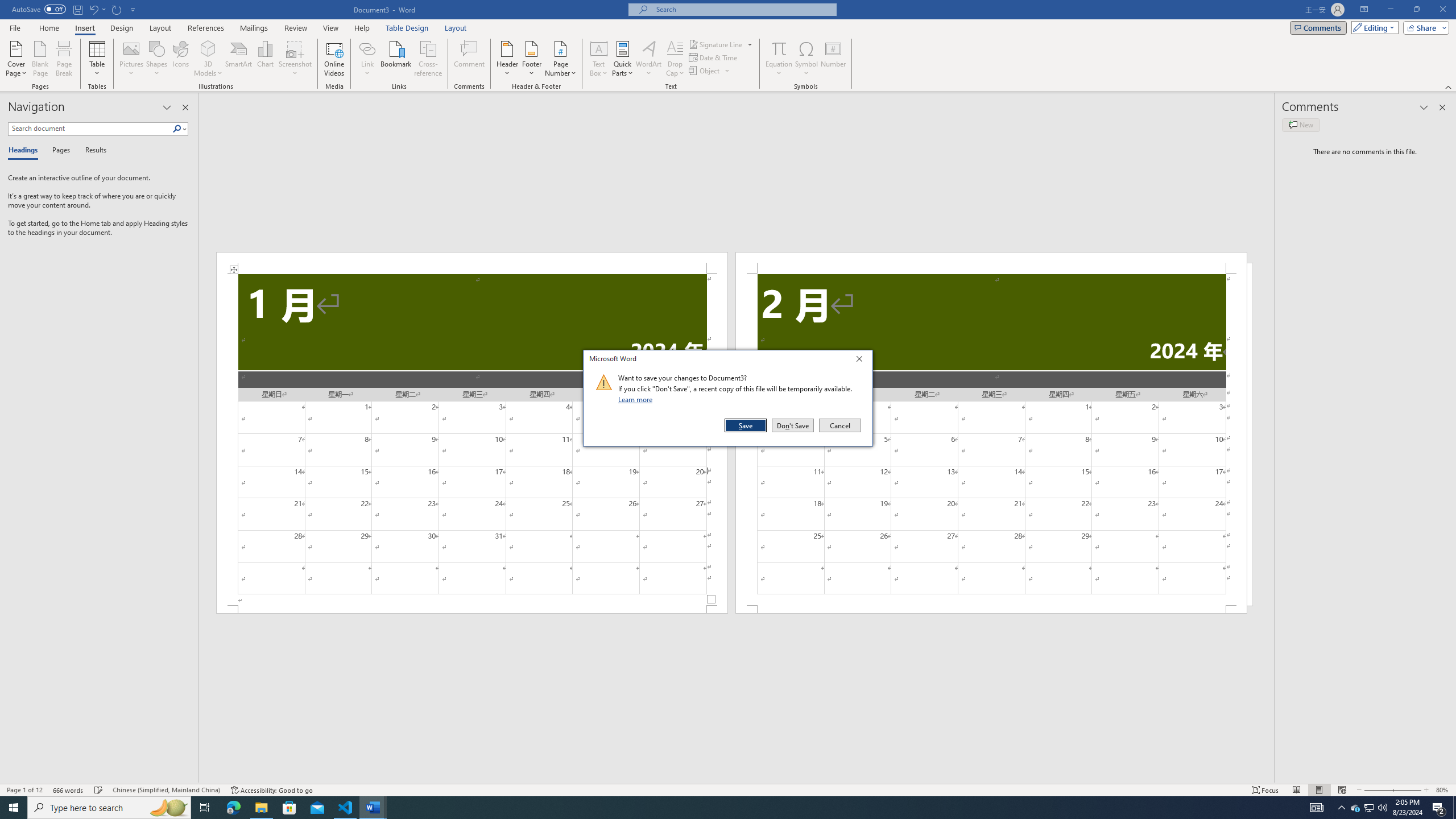 Image resolution: width=1456 pixels, height=819 pixels. I want to click on 'Spelling and Grammar Check Checking', so click(99, 790).